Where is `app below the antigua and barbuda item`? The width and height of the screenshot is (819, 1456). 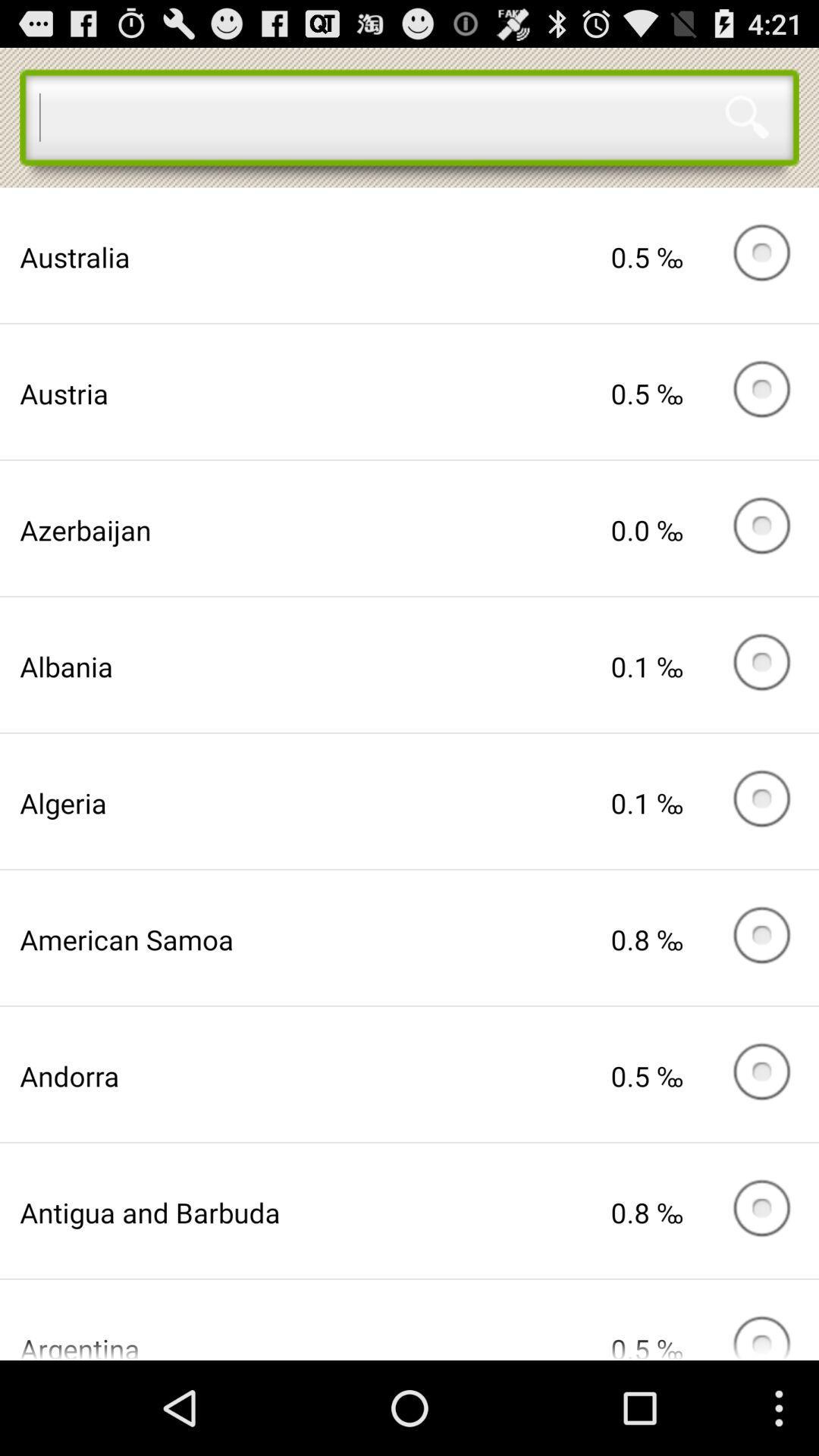 app below the antigua and barbuda item is located at coordinates (314, 1345).